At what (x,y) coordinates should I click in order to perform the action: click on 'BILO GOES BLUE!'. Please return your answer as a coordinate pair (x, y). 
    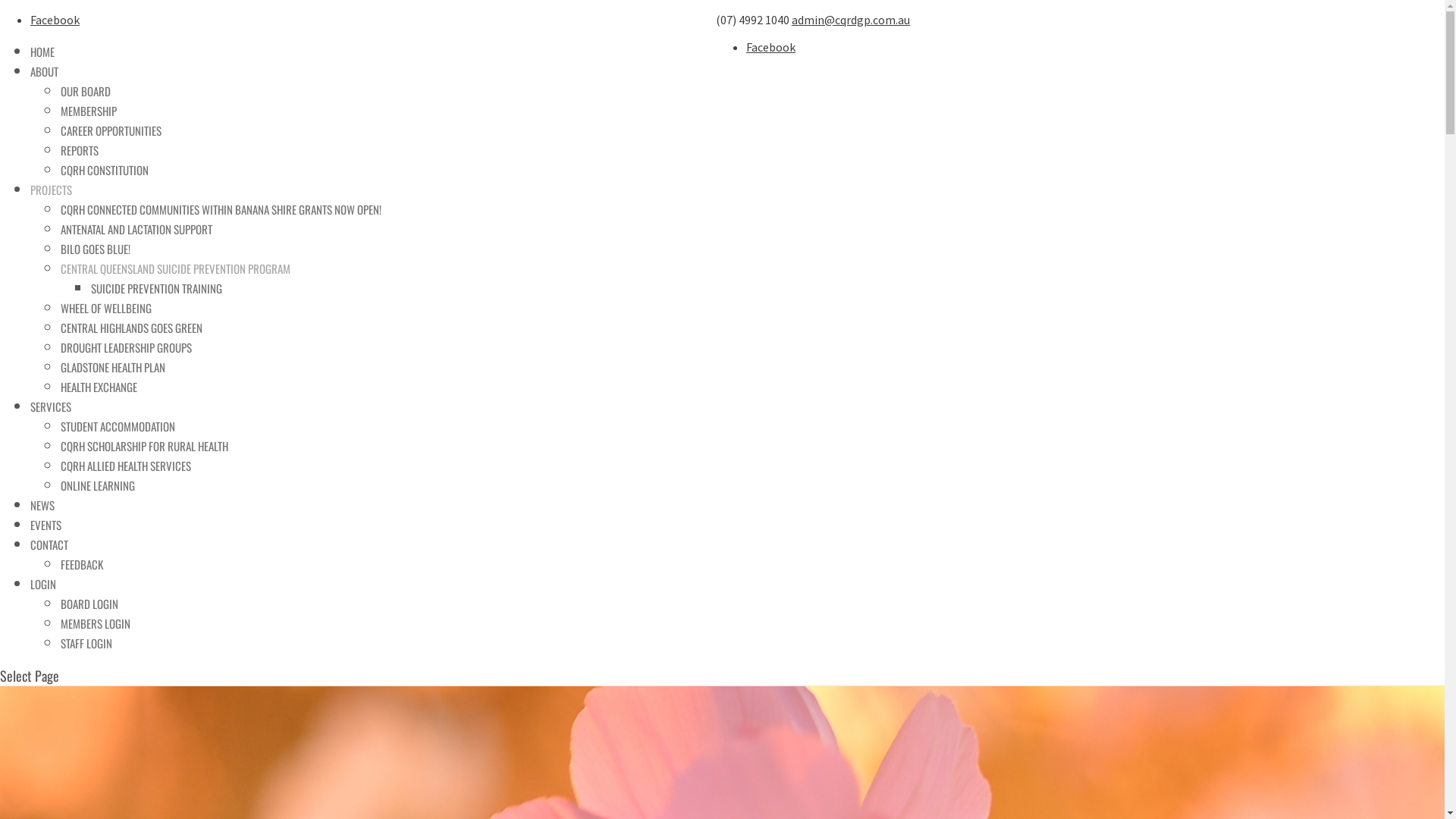
    Looking at the image, I should click on (94, 247).